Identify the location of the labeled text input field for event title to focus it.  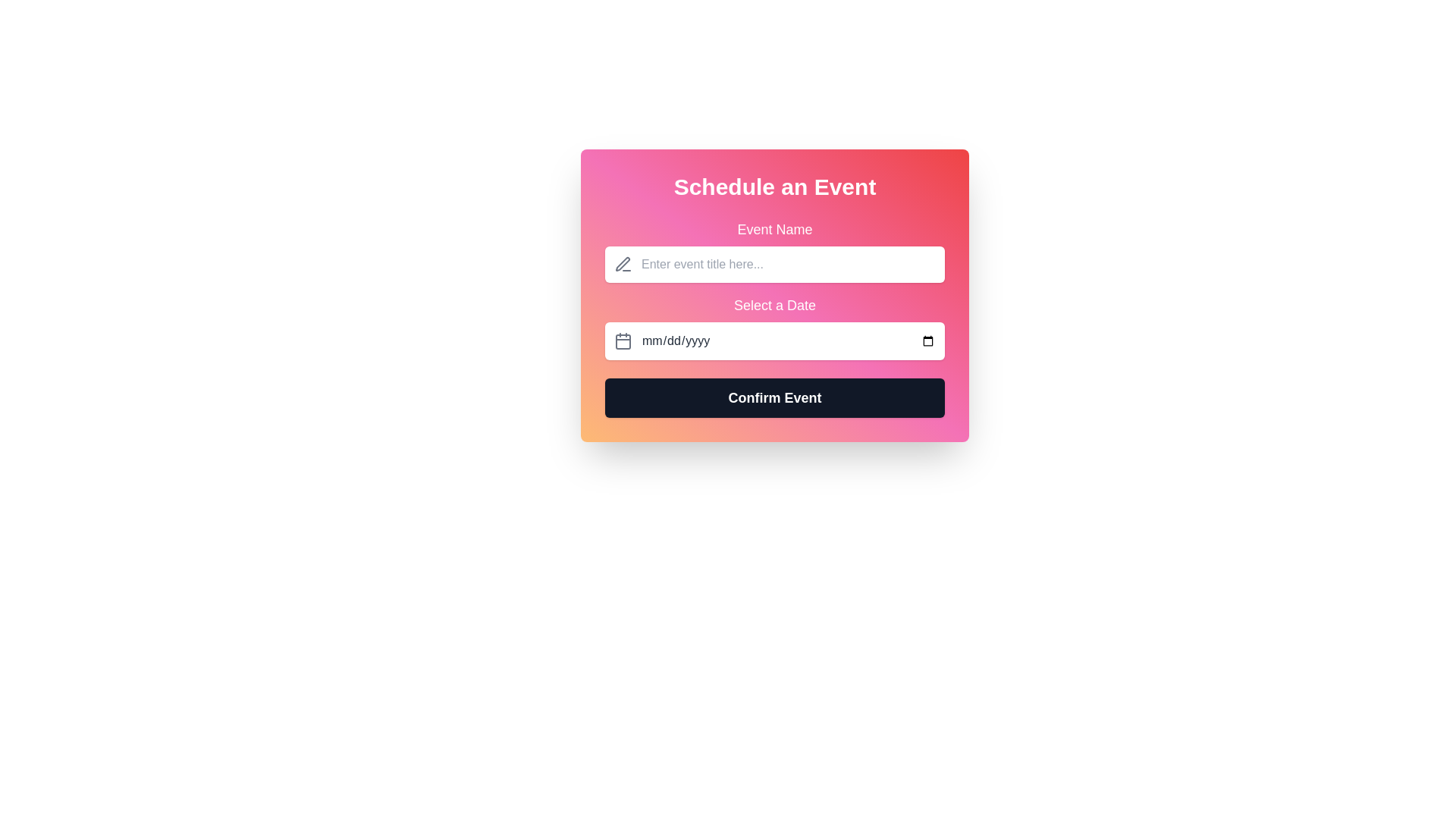
(775, 250).